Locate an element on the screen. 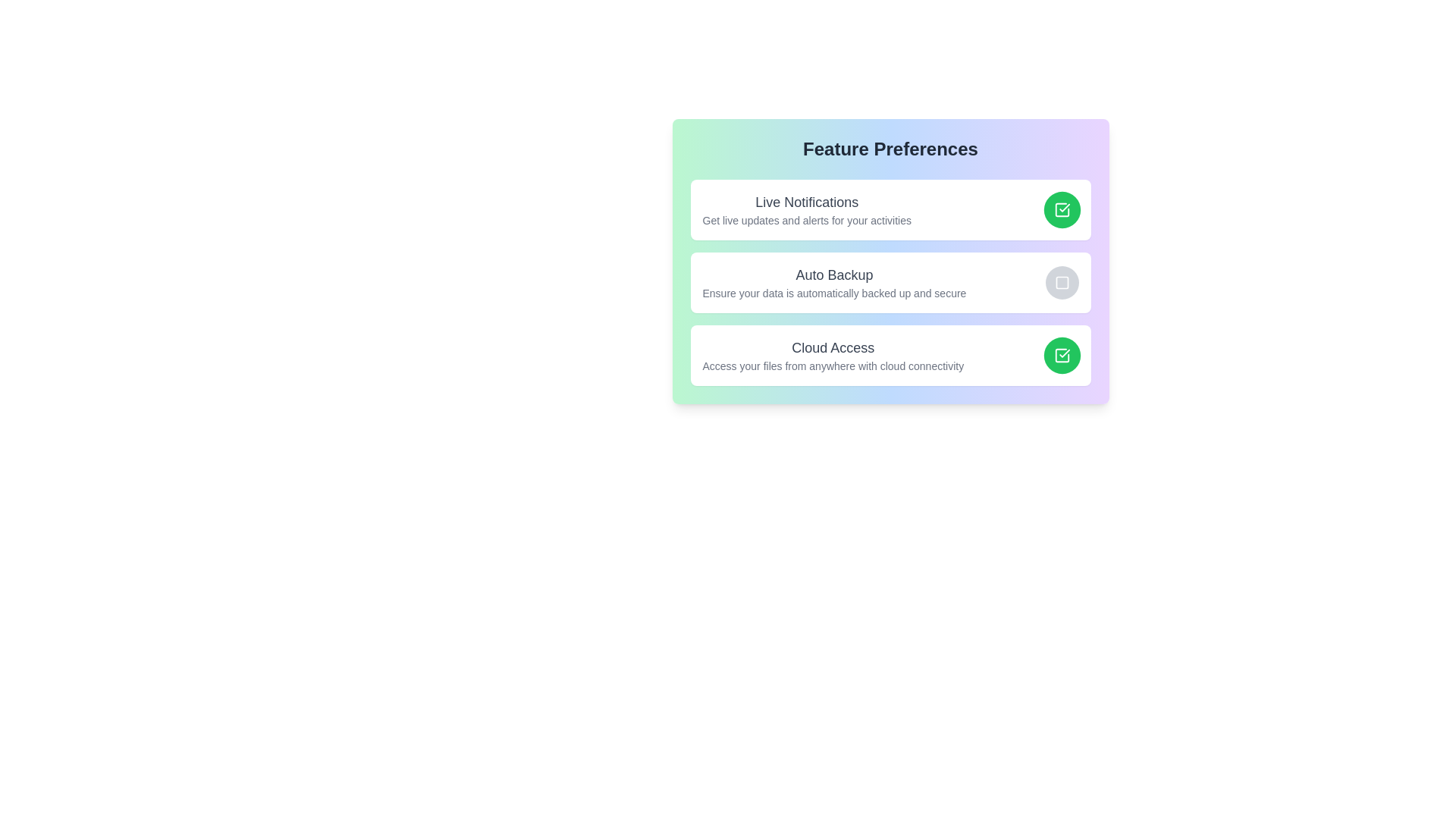 The image size is (1456, 819). the green selectable visual indicator located at the top-right corner of the 'Live Notifications' option card is located at coordinates (1061, 210).